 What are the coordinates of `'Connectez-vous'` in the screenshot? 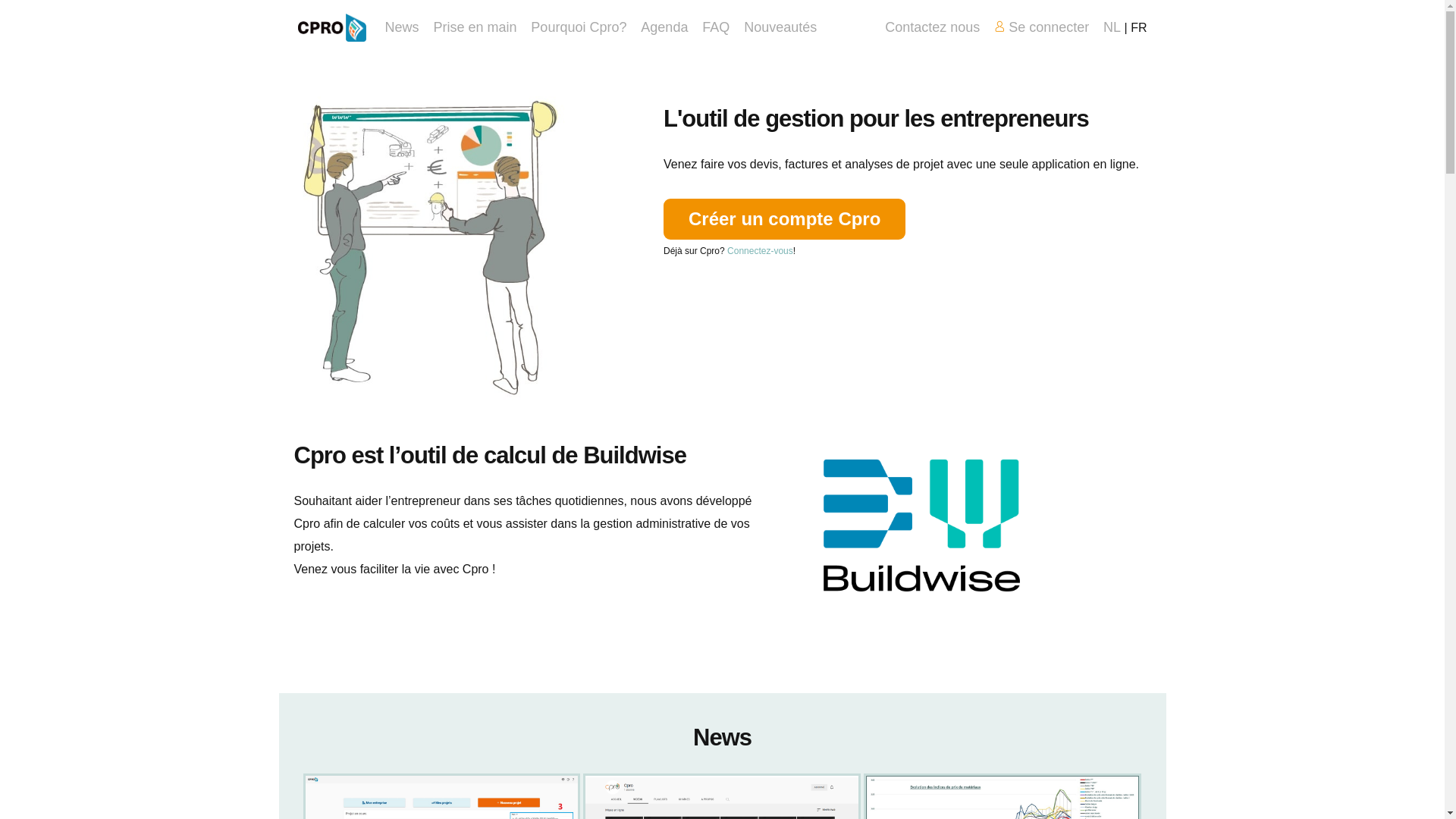 It's located at (726, 250).